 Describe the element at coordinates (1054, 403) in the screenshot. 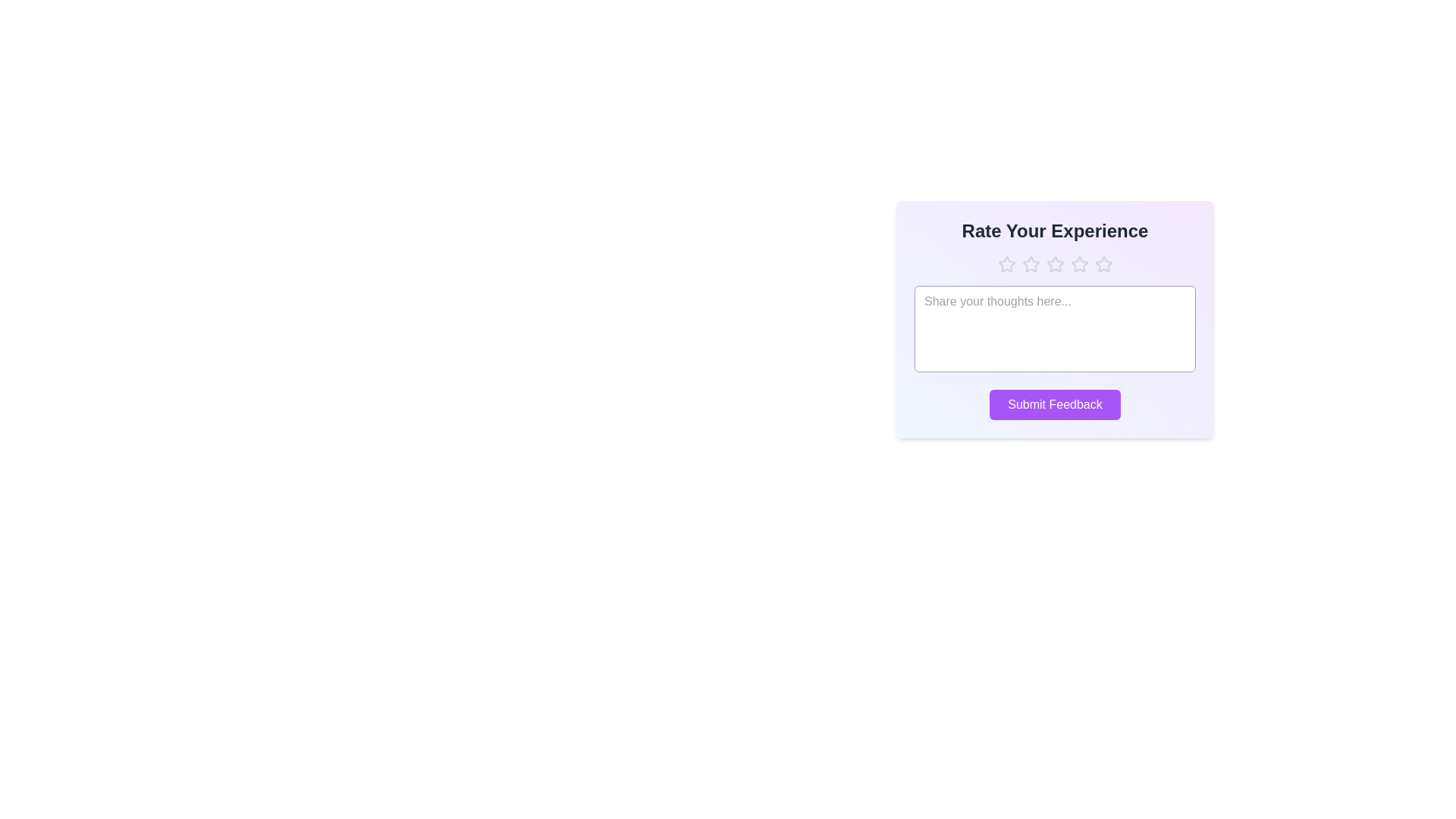

I see `the 'Submit Feedback' button to submit the feedback` at that location.